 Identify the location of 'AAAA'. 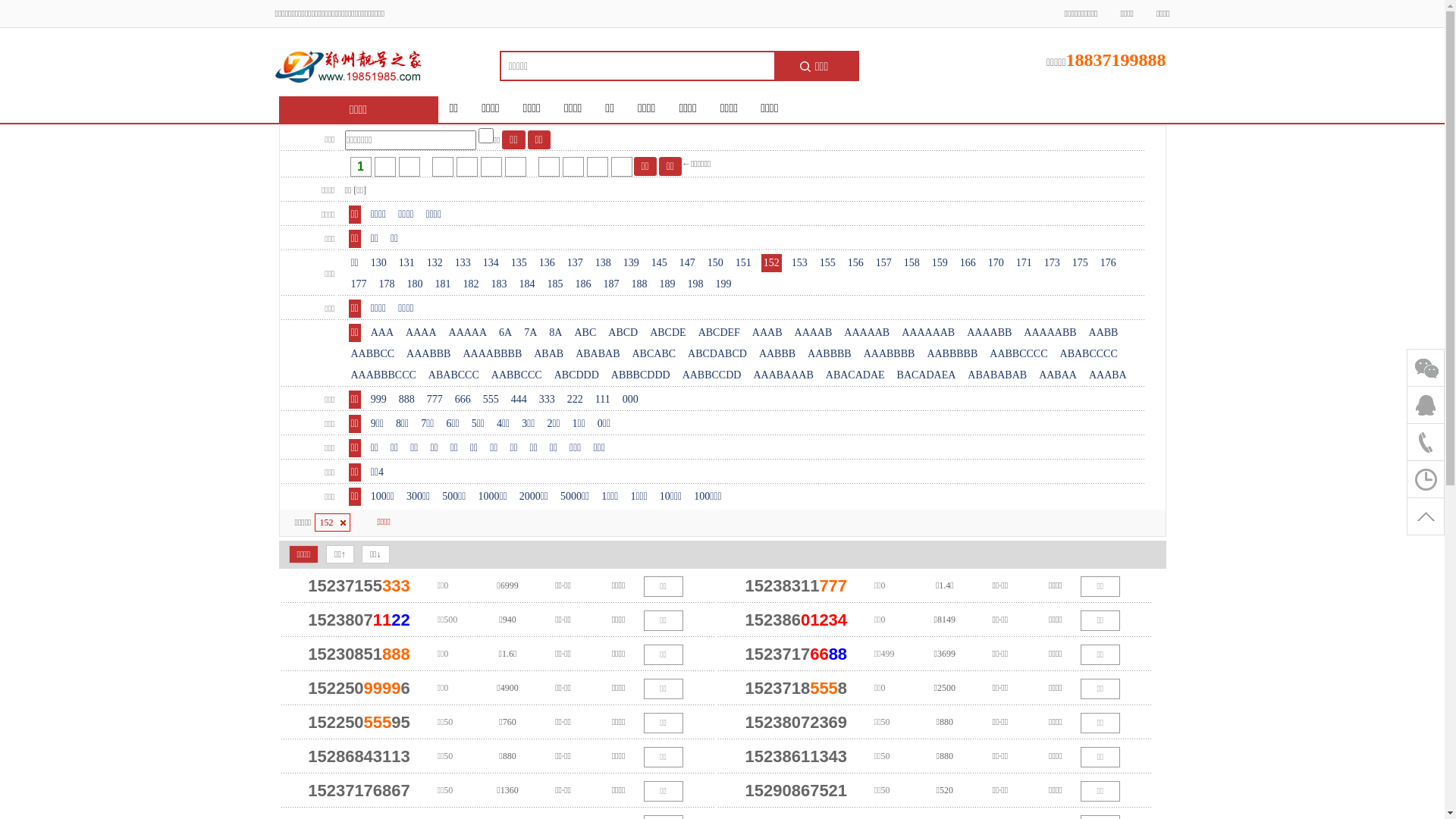
(421, 332).